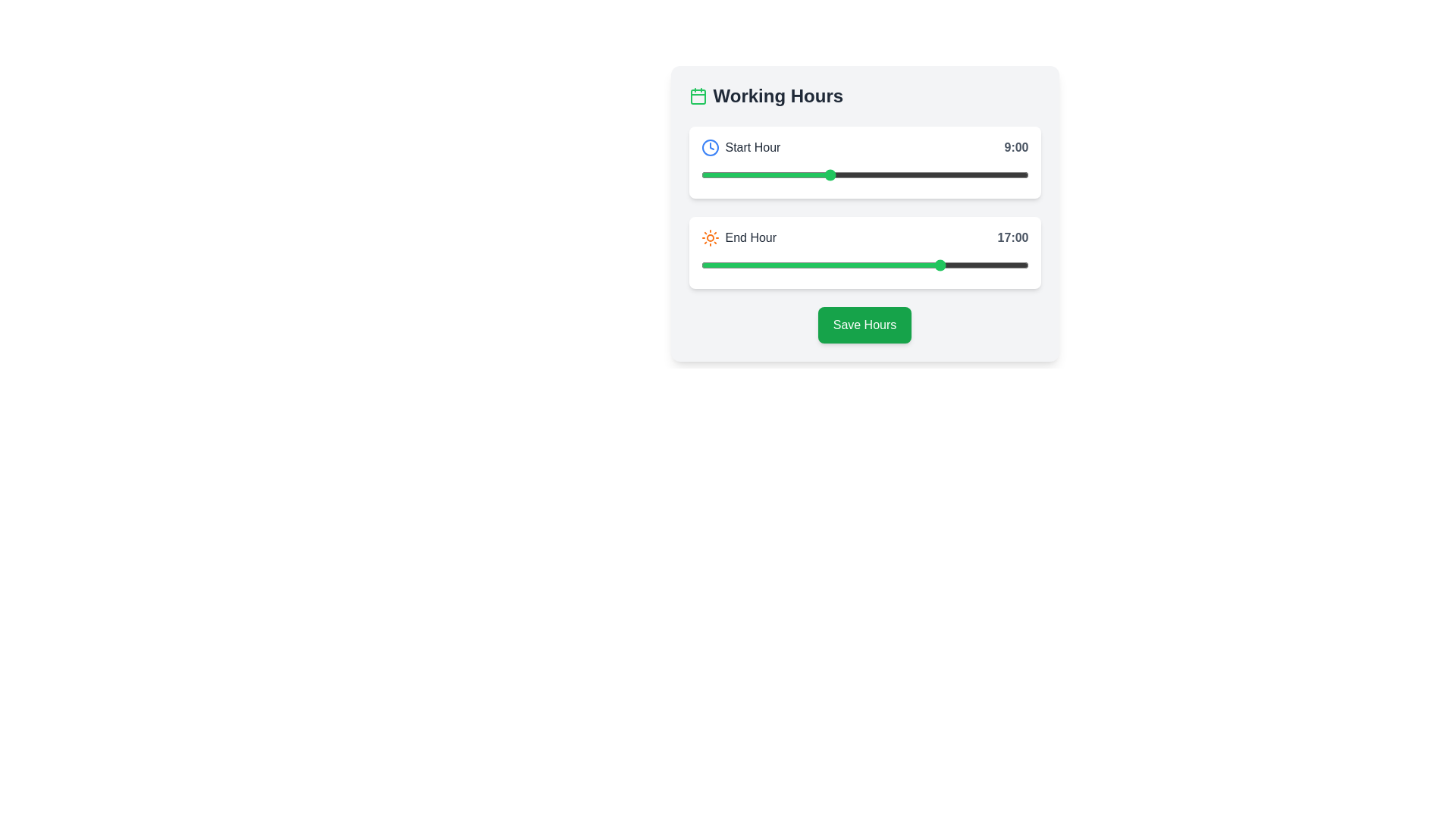  Describe the element at coordinates (971, 265) in the screenshot. I see `the end hour` at that location.